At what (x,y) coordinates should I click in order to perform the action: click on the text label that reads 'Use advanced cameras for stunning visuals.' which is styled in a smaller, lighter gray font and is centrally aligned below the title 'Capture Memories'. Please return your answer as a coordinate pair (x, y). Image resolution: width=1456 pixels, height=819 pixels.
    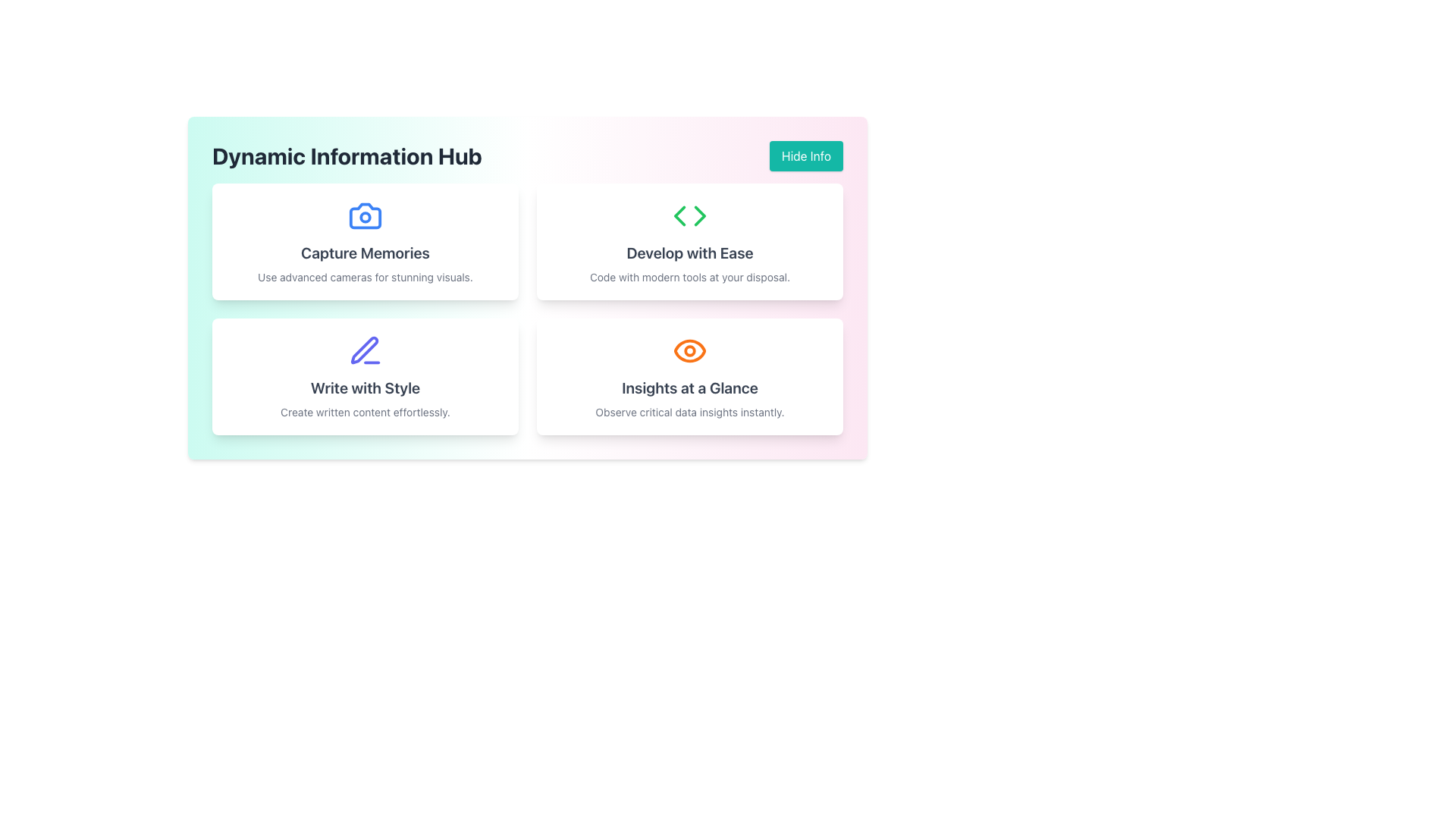
    Looking at the image, I should click on (365, 278).